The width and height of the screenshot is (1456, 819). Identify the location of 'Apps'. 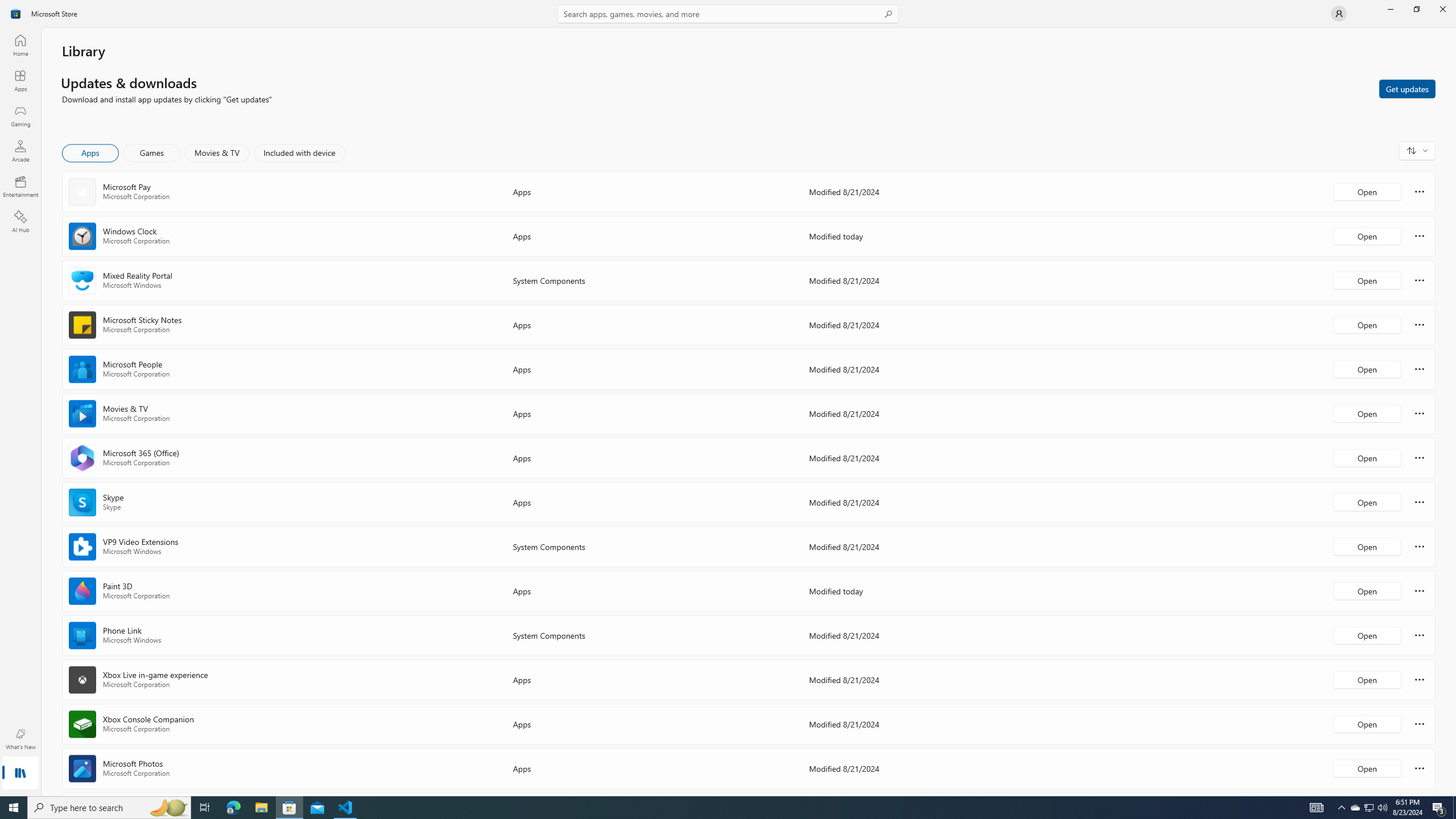
(19, 80).